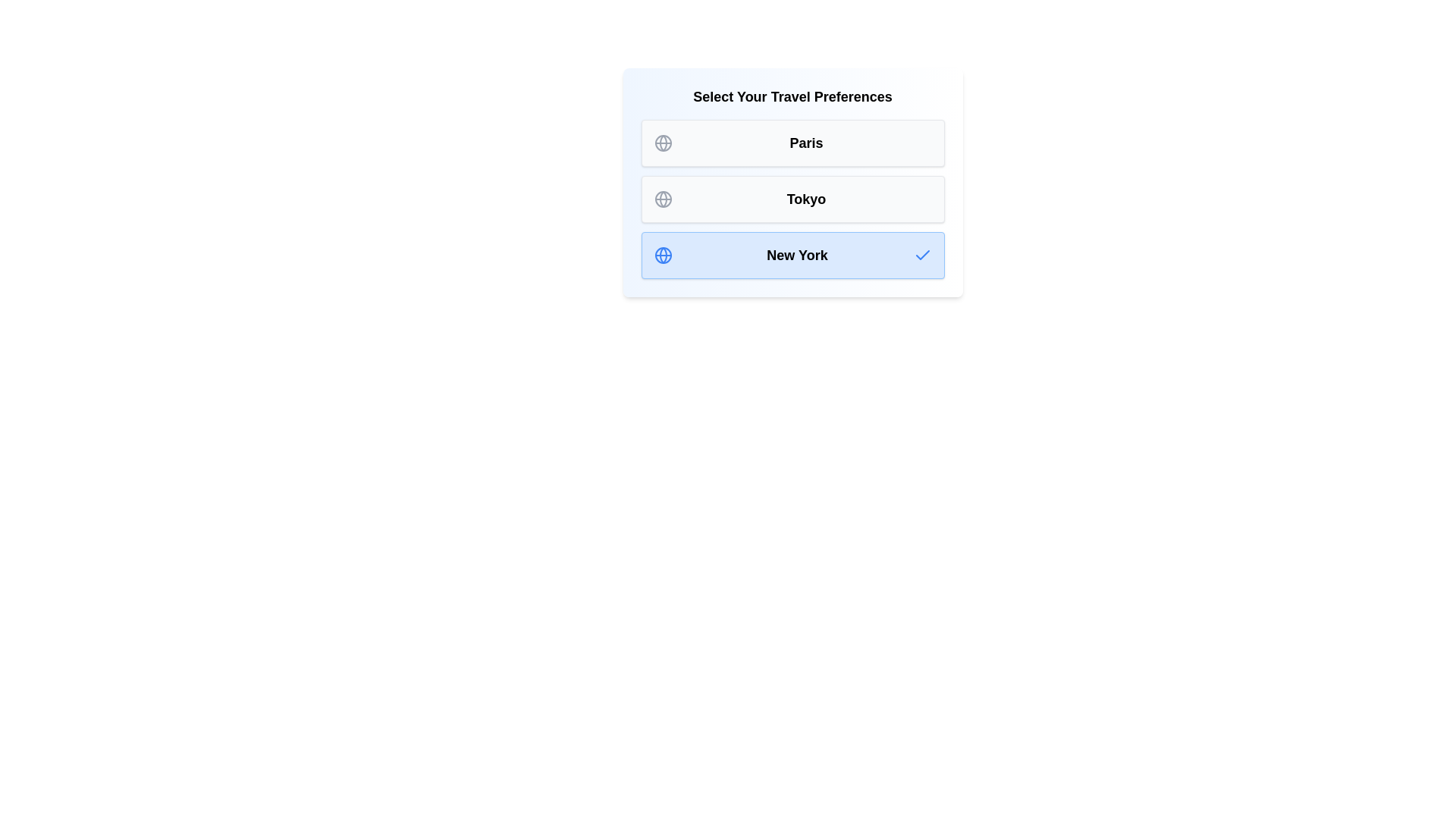 The image size is (1456, 819). Describe the element at coordinates (792, 198) in the screenshot. I see `the destination Tokyo to observe the hover effect` at that location.